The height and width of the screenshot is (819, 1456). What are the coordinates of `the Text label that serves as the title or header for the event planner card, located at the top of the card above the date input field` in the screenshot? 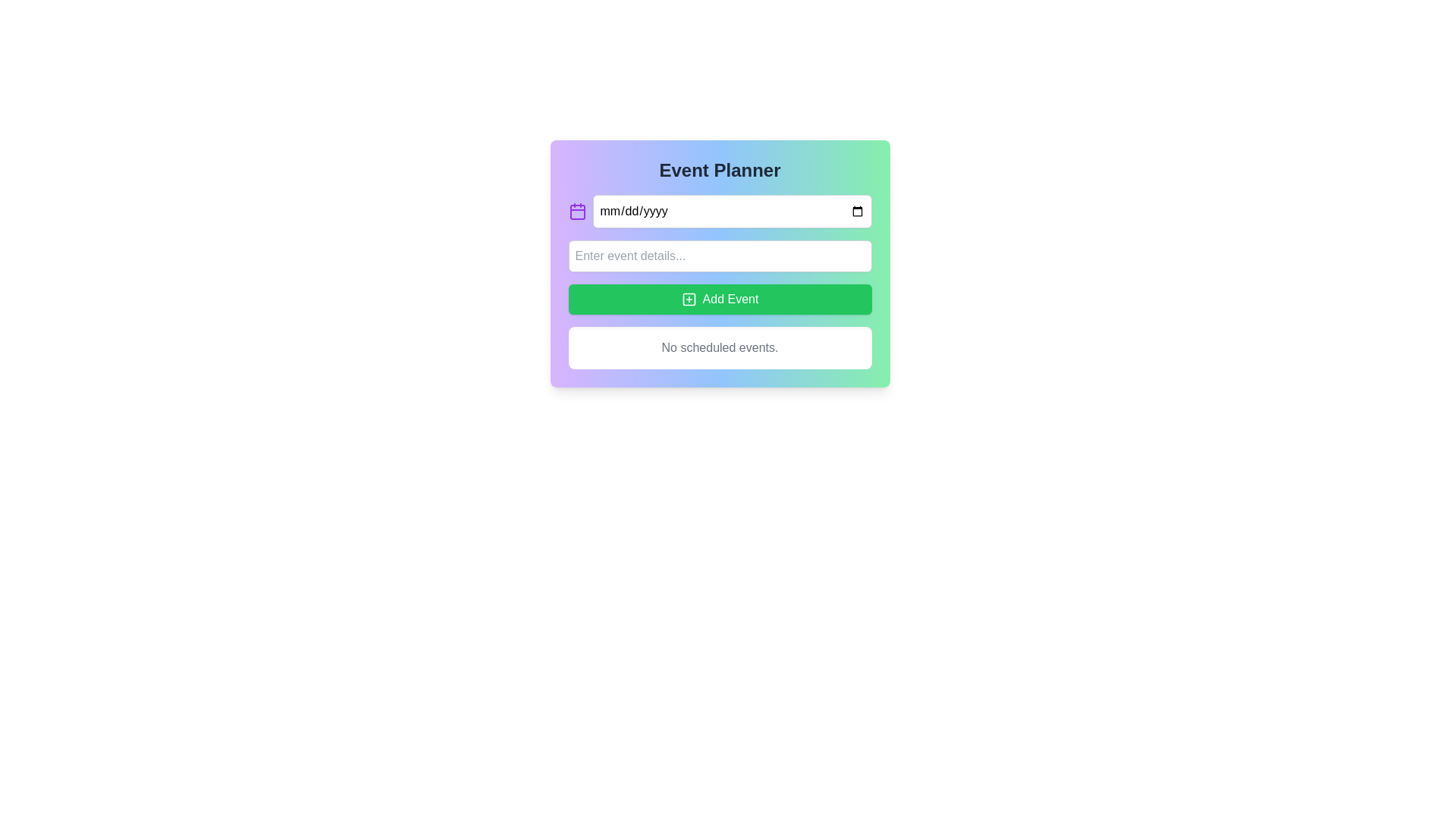 It's located at (719, 170).